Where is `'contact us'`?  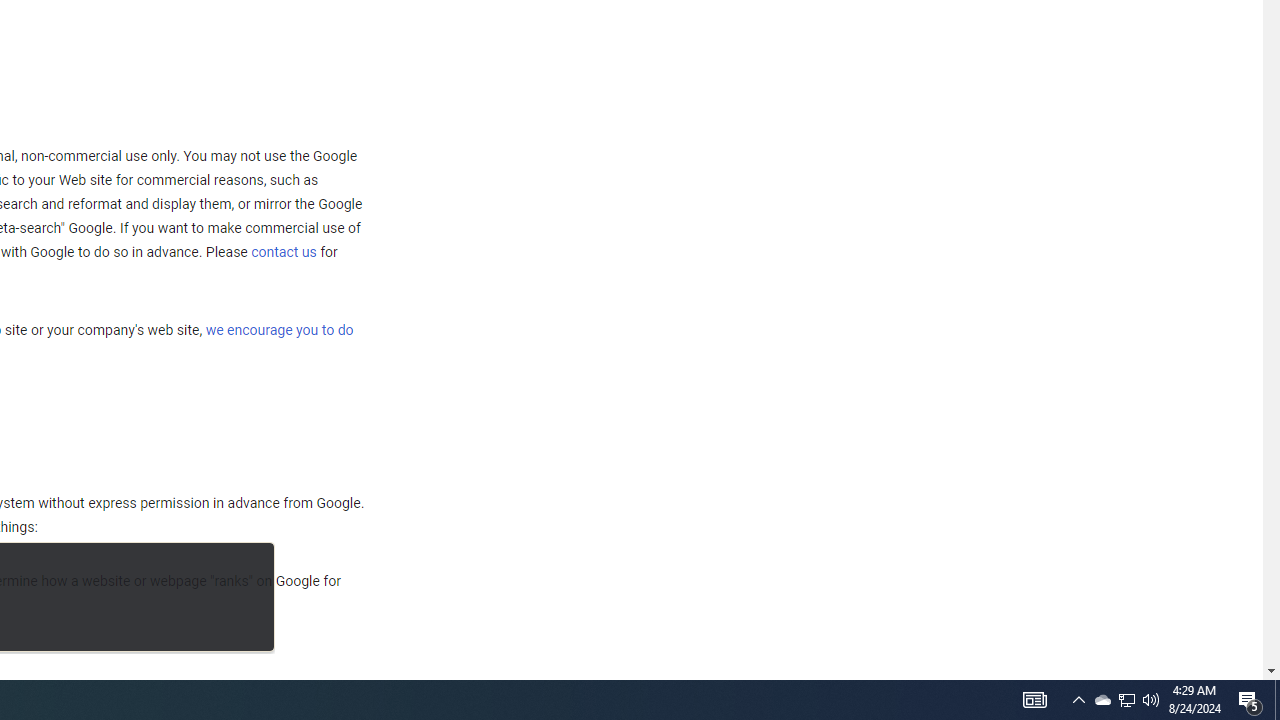 'contact us' is located at coordinates (283, 250).